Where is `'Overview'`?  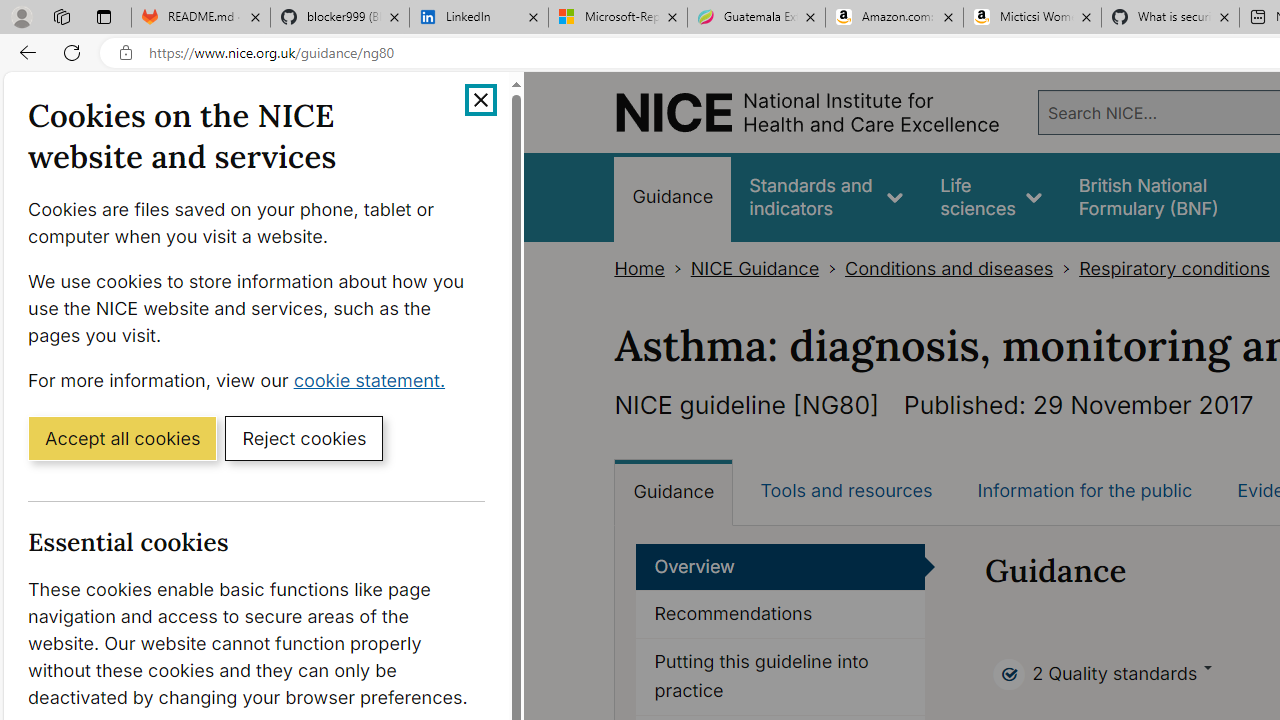
'Overview' is located at coordinates (779, 567).